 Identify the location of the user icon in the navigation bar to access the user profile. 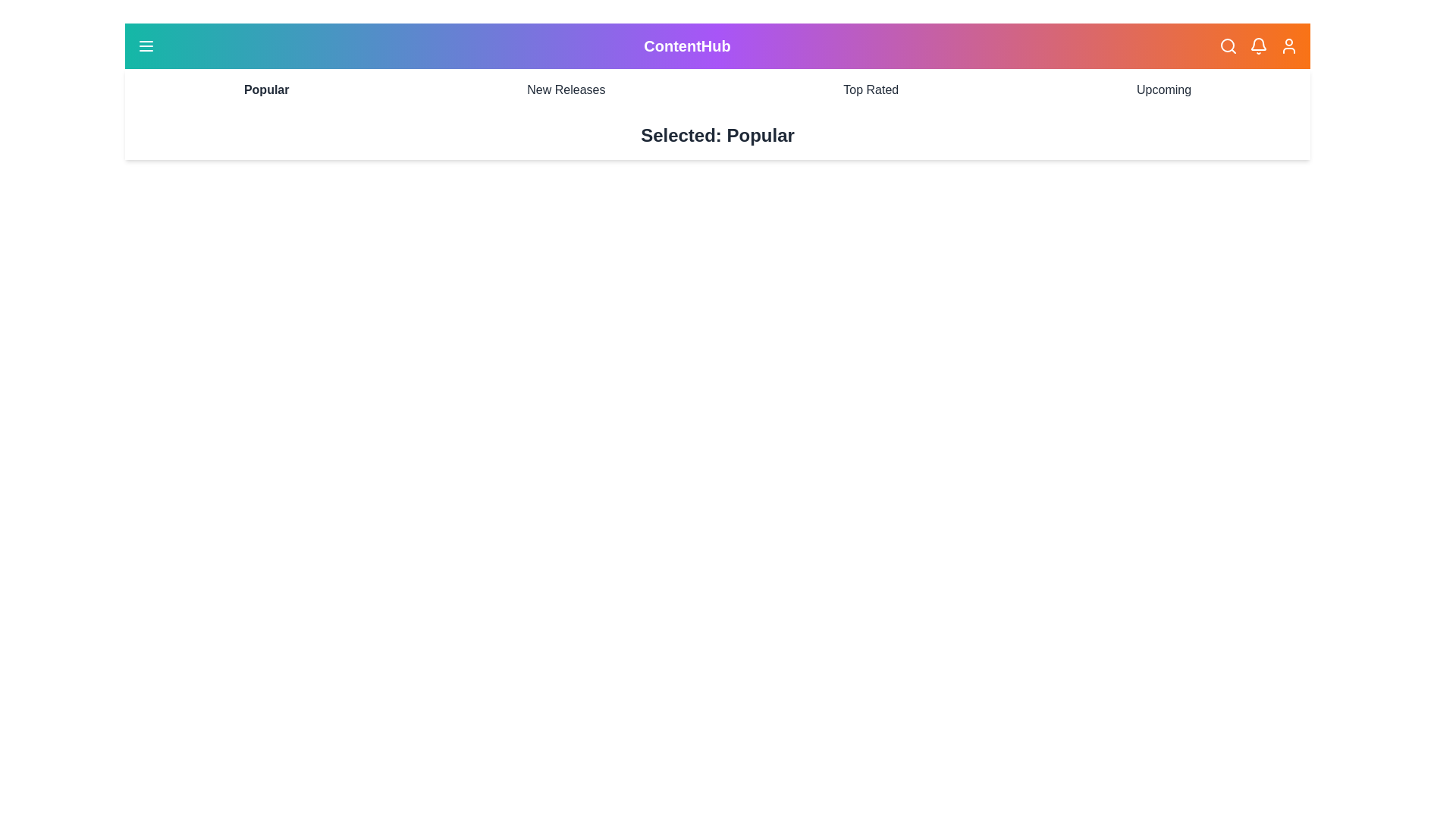
(1288, 45).